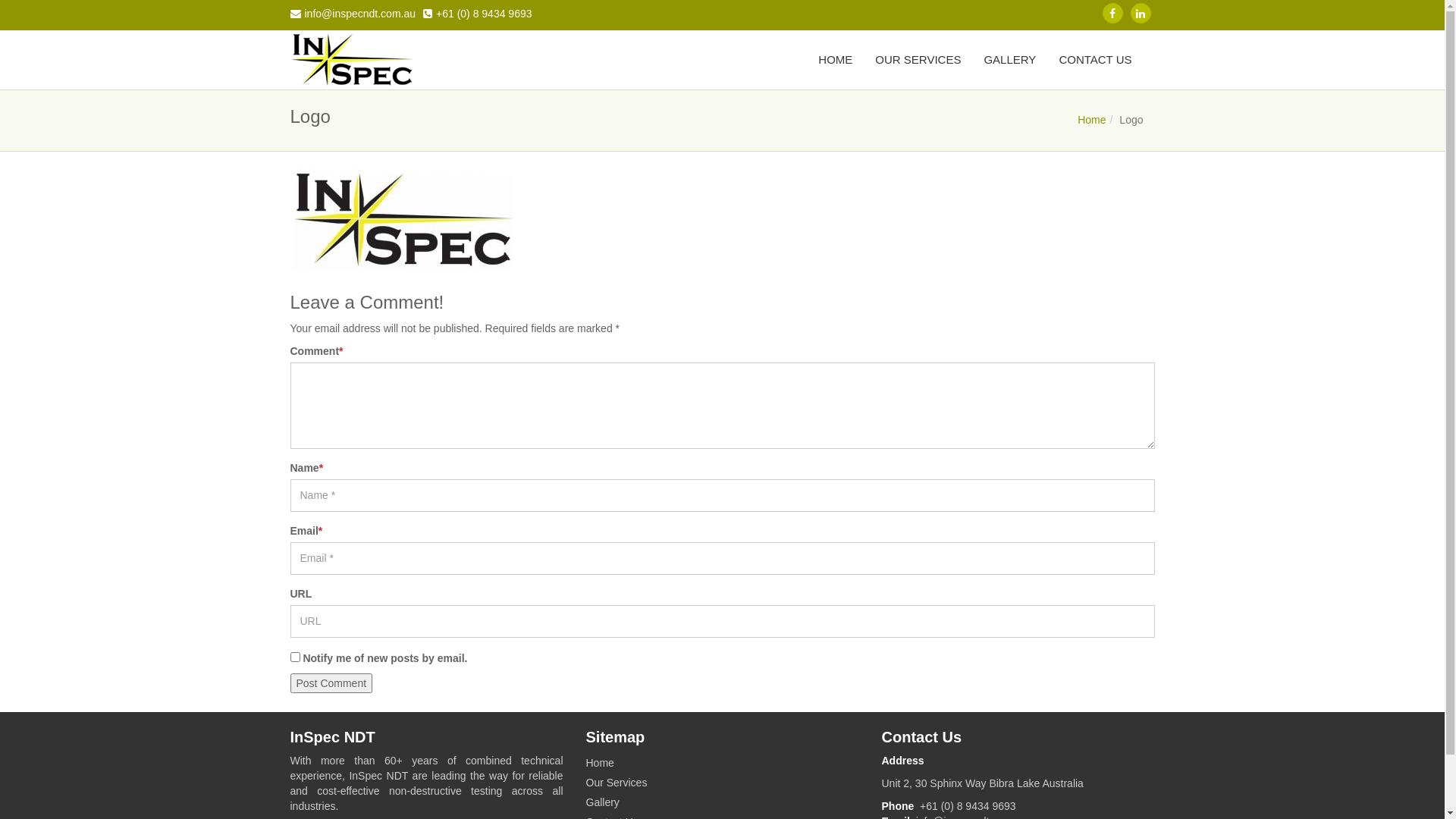  Describe the element at coordinates (834, 58) in the screenshot. I see `'HOME'` at that location.